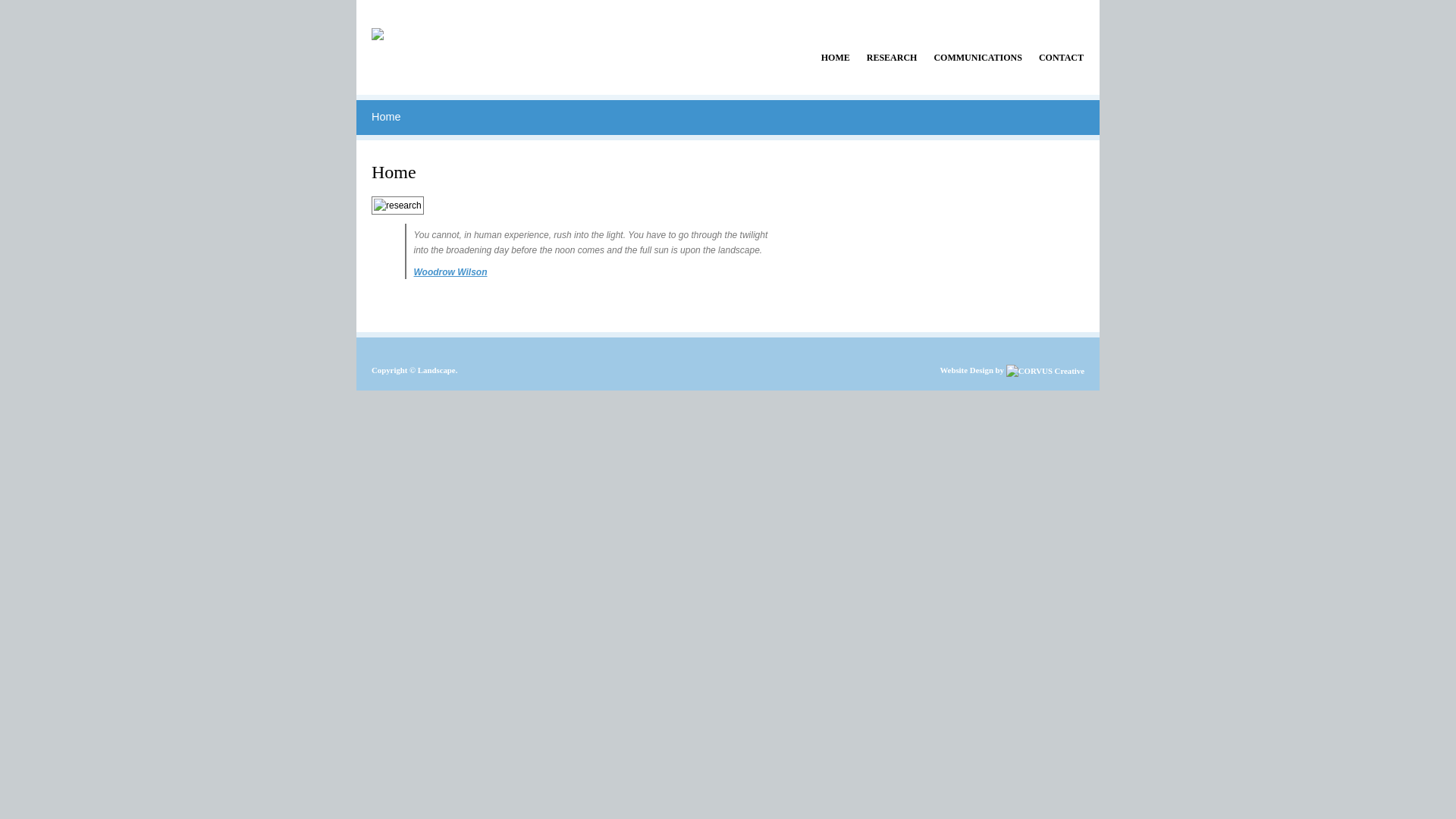  I want to click on 'Home', so click(378, 27).